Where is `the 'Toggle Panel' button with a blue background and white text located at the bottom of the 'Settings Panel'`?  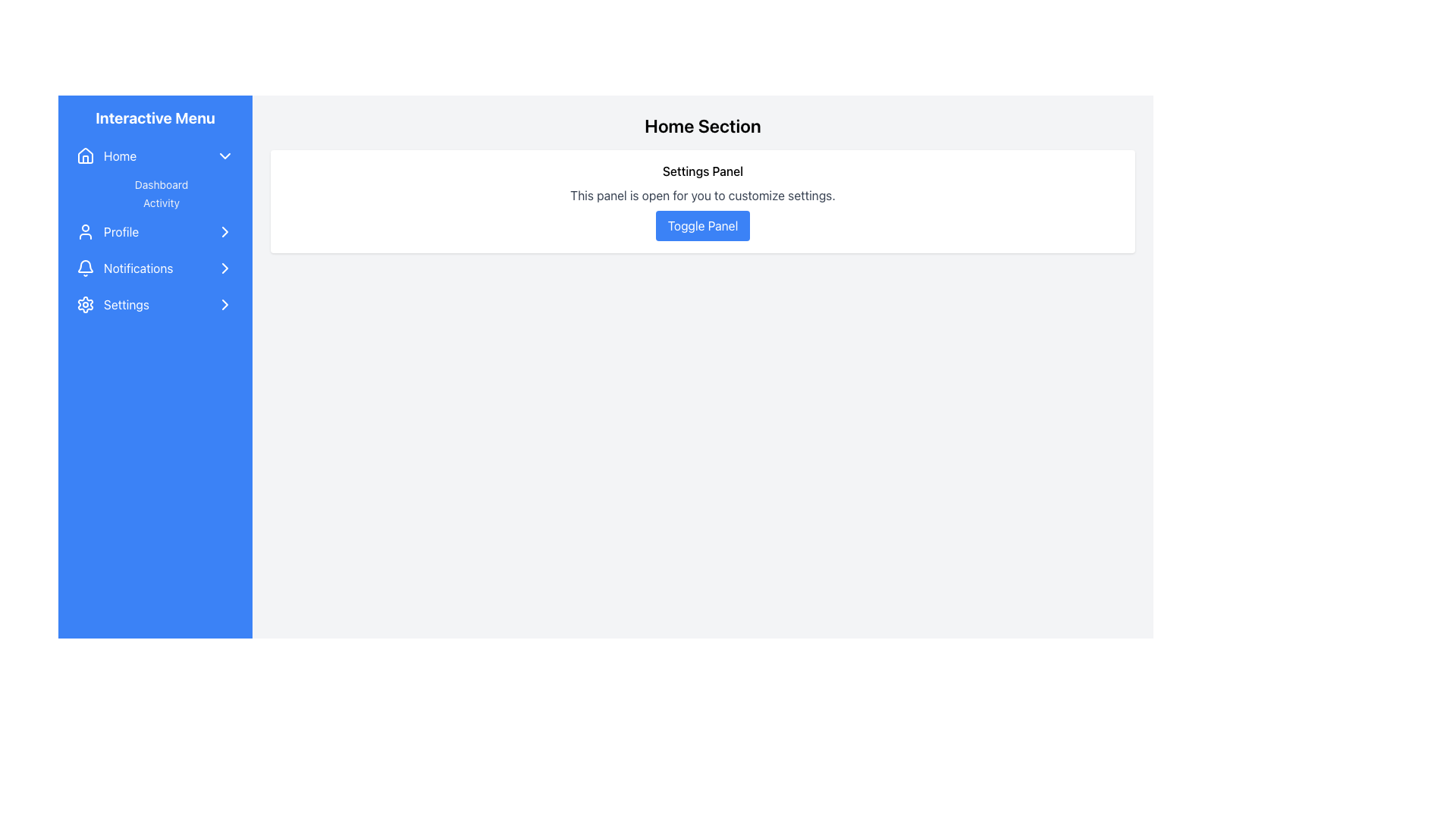 the 'Toggle Panel' button with a blue background and white text located at the bottom of the 'Settings Panel' is located at coordinates (701, 225).